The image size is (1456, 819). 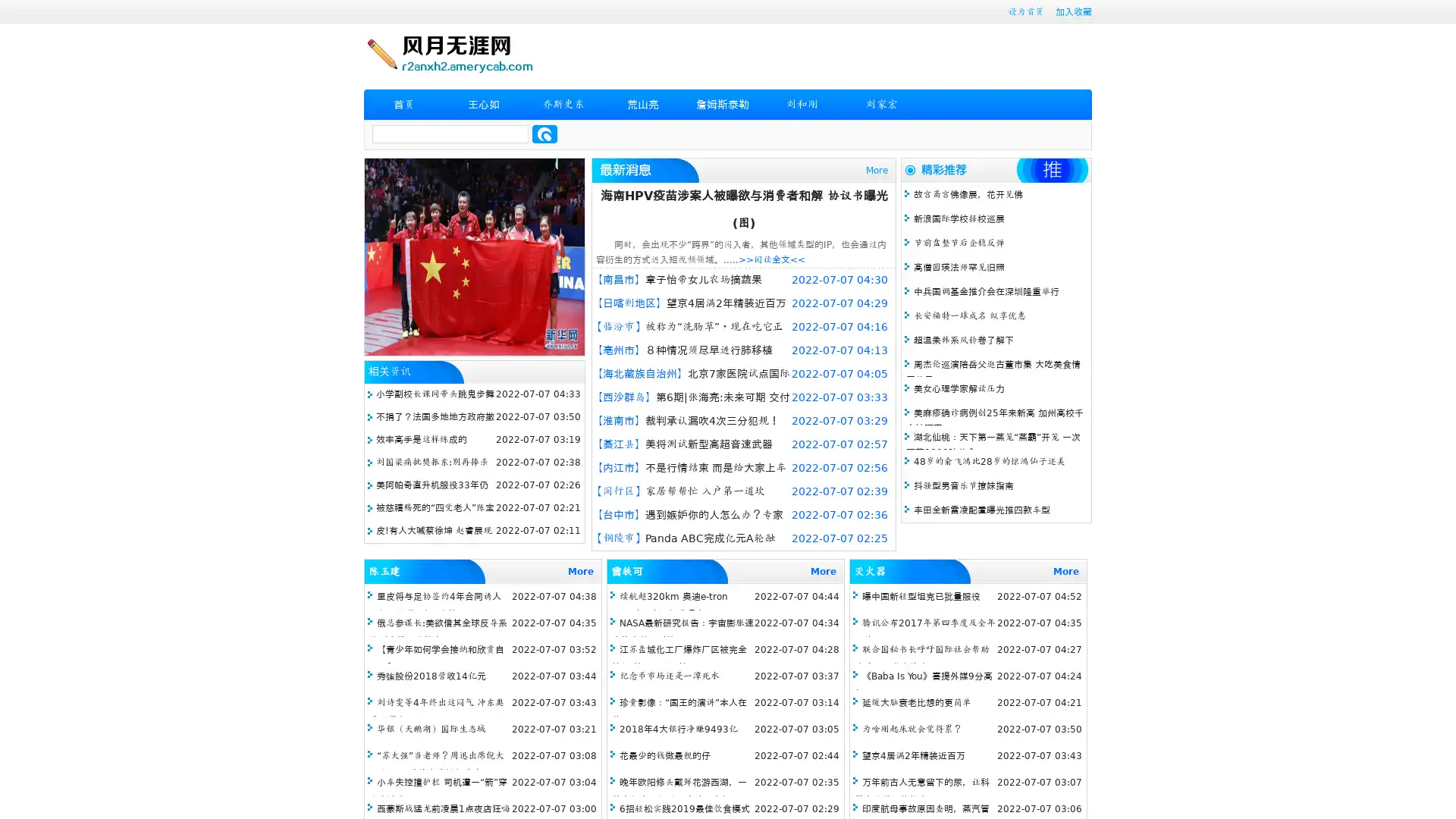 I want to click on Search, so click(x=544, y=133).